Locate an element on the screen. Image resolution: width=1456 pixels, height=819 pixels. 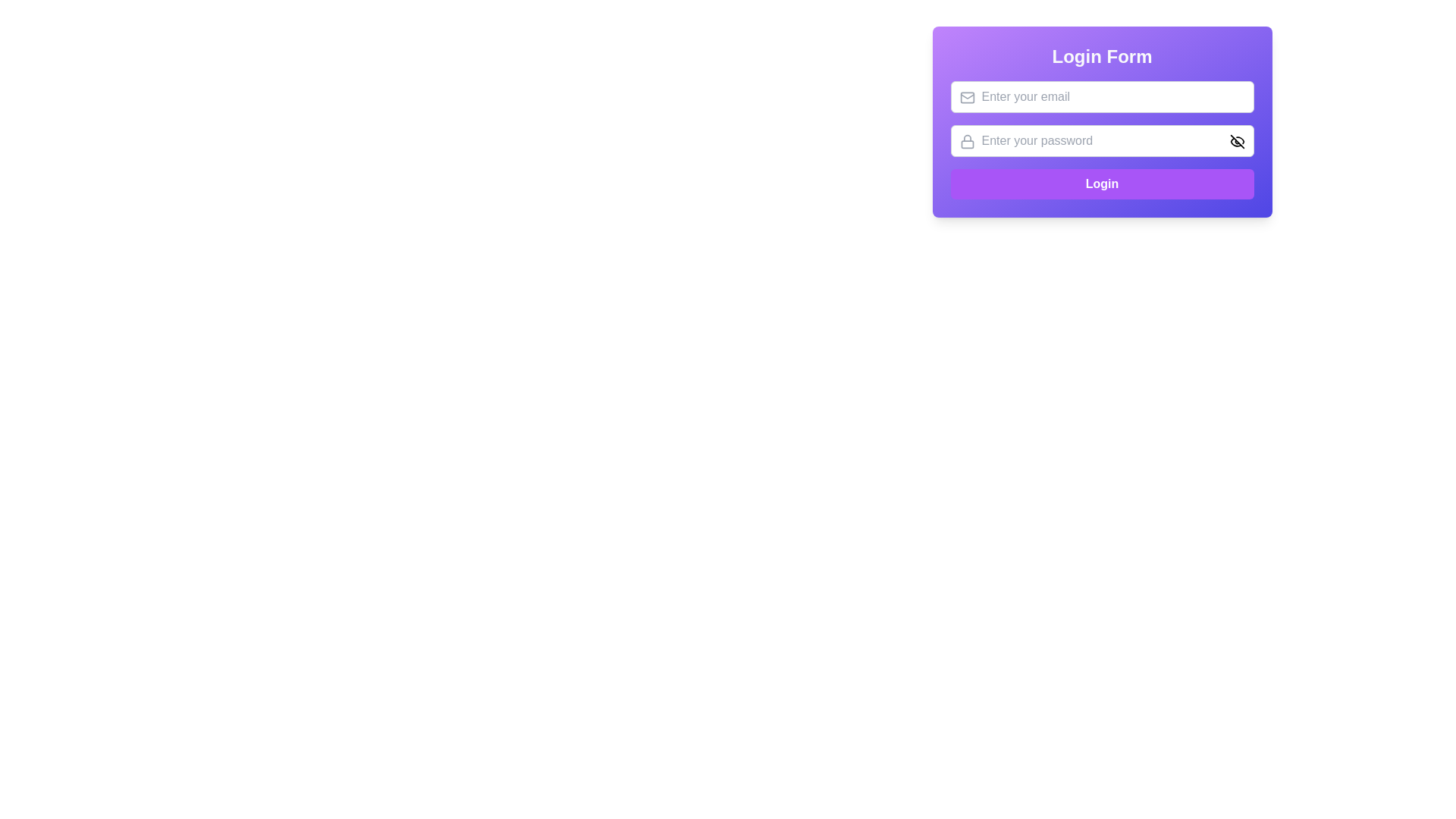
the 'hide/show password' toggle icon located to the right of the password input field in the login form is located at coordinates (1237, 141).